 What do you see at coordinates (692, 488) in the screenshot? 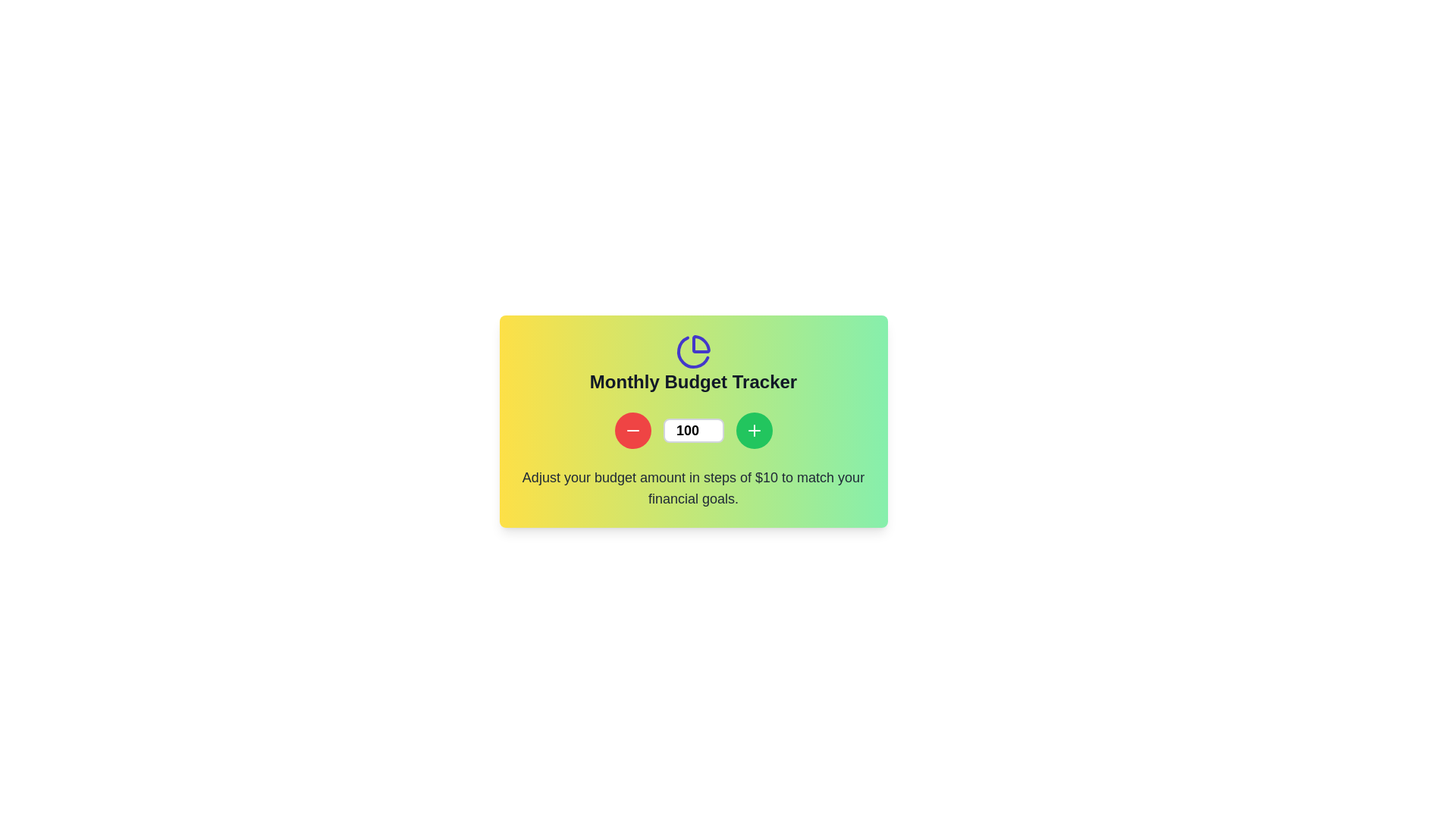
I see `the static text element that instructs 'Adjust your budget amount in steps of $10 to match your financial goals.'` at bounding box center [692, 488].